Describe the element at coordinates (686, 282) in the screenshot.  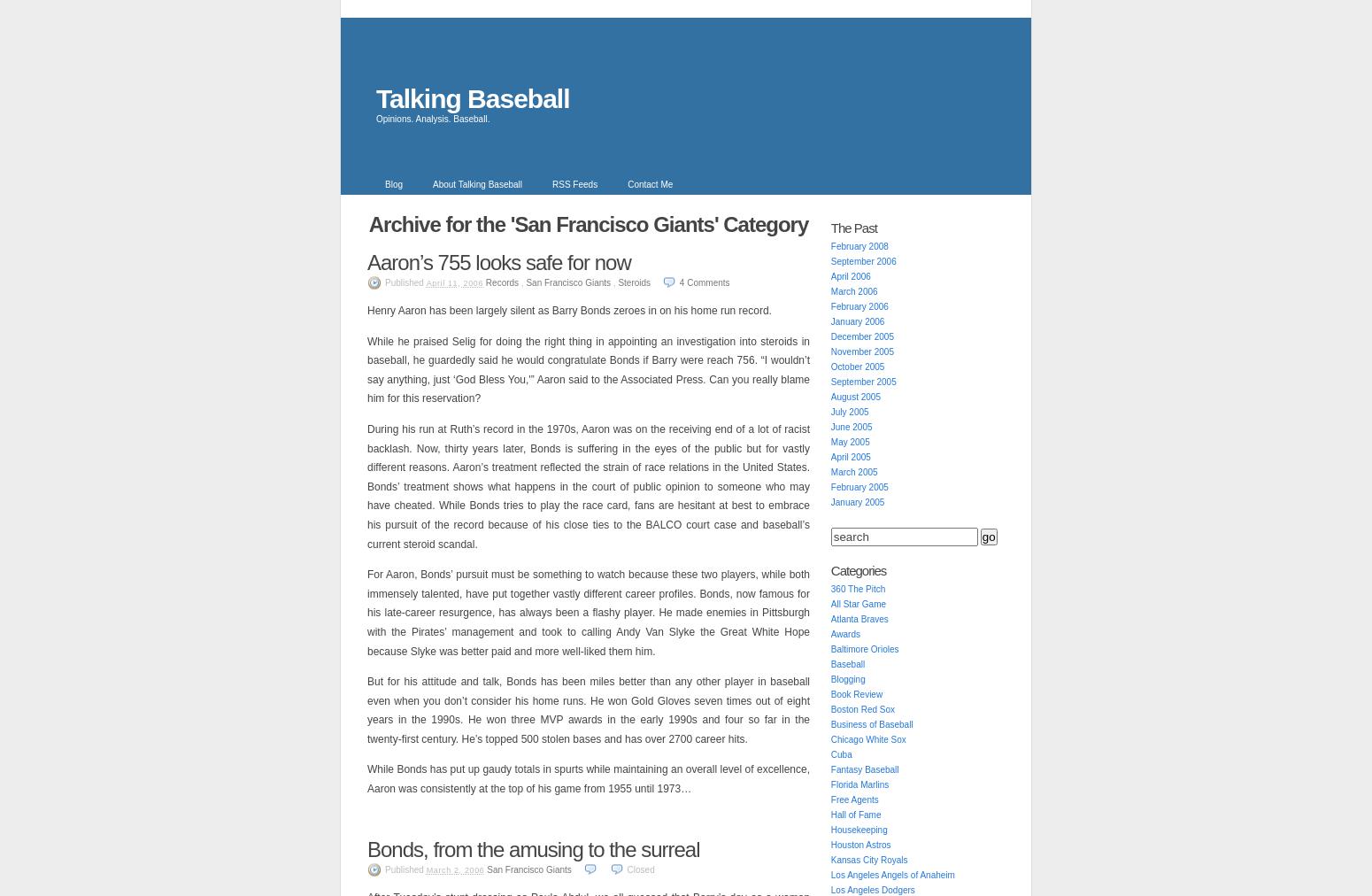
I see `'Comments'` at that location.